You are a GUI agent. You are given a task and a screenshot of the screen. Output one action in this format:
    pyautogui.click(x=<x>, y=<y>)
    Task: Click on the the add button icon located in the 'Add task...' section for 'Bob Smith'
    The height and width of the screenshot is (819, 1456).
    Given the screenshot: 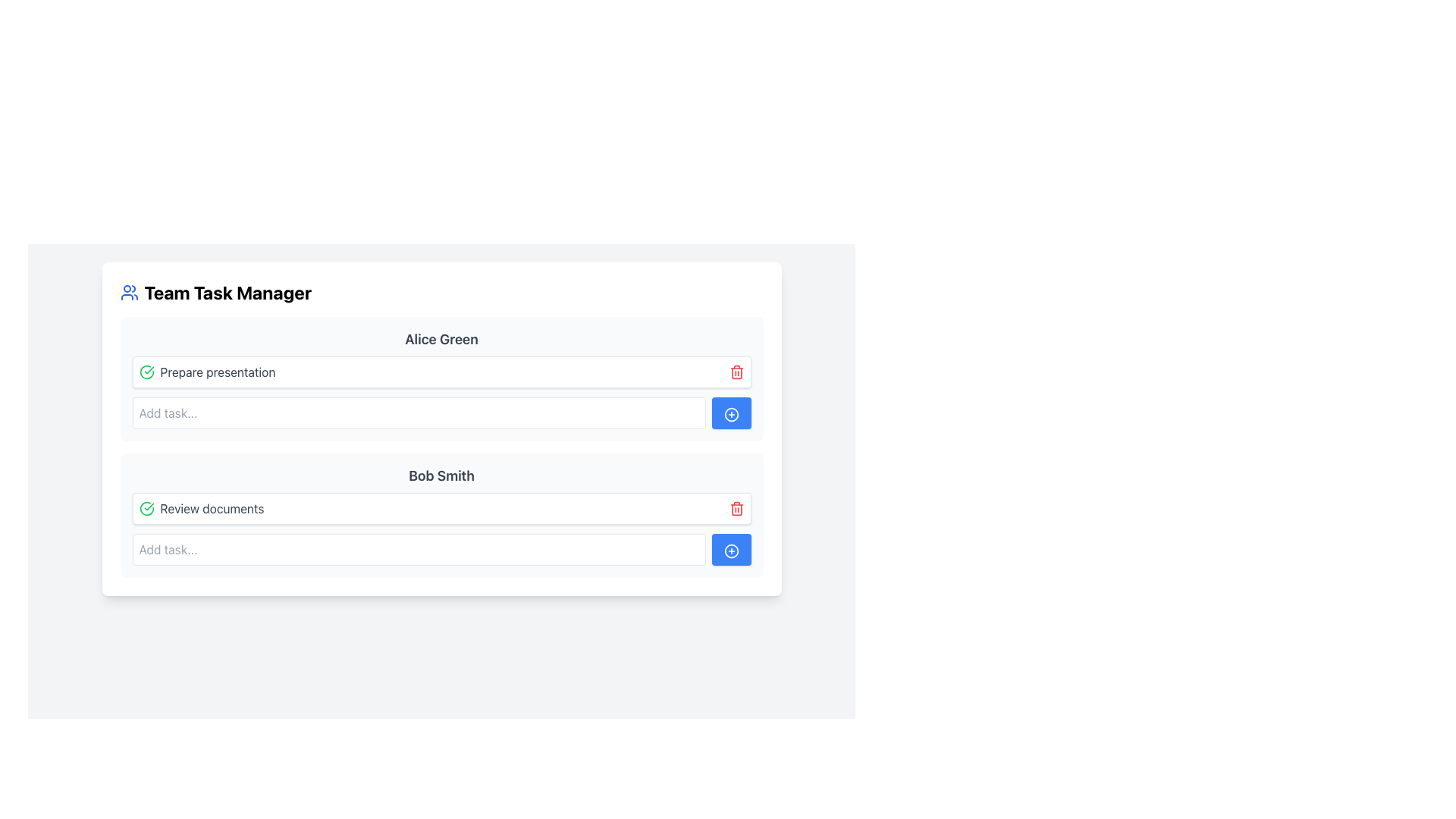 What is the action you would take?
    pyautogui.click(x=731, y=551)
    